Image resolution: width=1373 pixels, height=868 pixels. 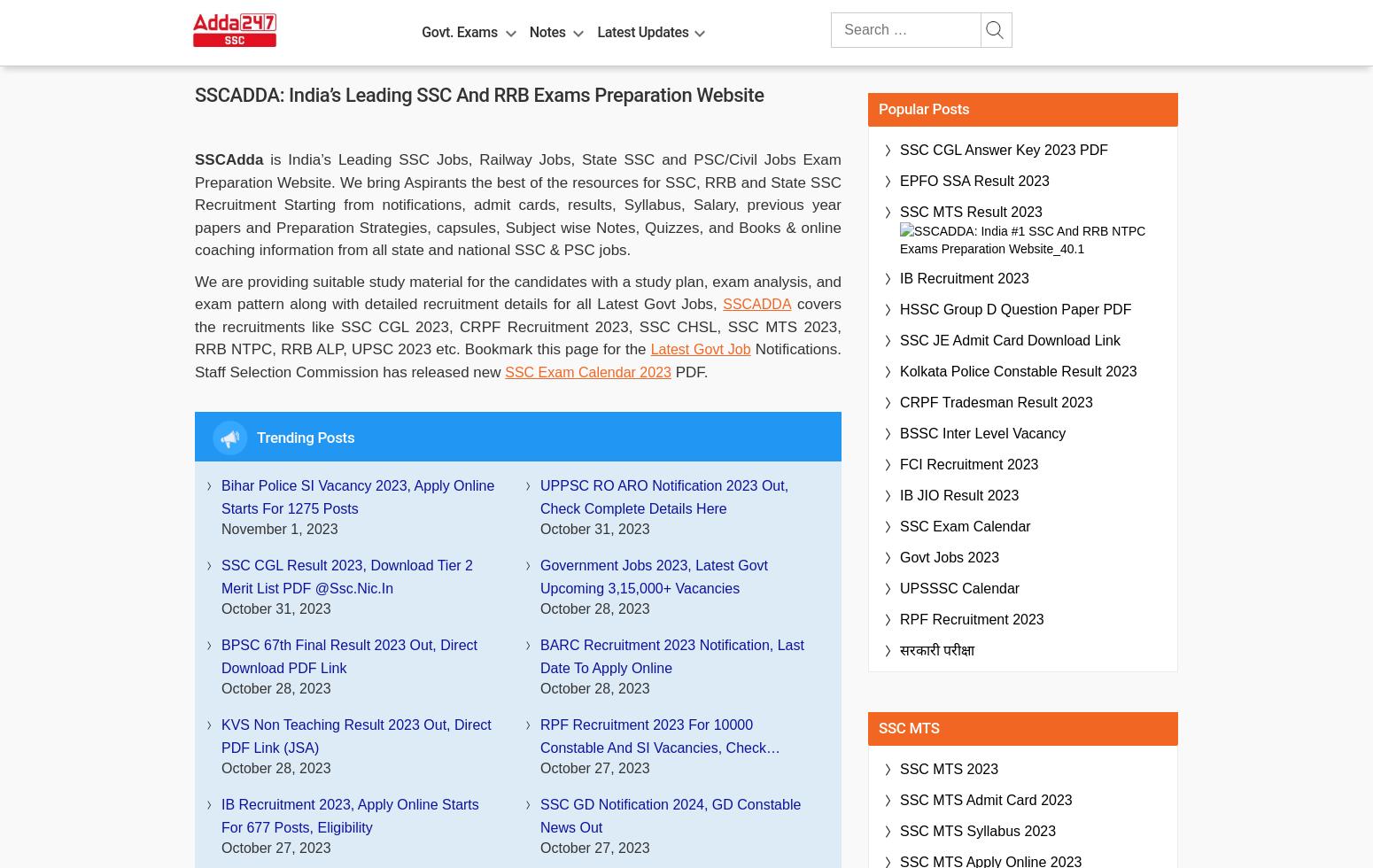 What do you see at coordinates (963, 278) in the screenshot?
I see `'IB Recruitment 2023'` at bounding box center [963, 278].